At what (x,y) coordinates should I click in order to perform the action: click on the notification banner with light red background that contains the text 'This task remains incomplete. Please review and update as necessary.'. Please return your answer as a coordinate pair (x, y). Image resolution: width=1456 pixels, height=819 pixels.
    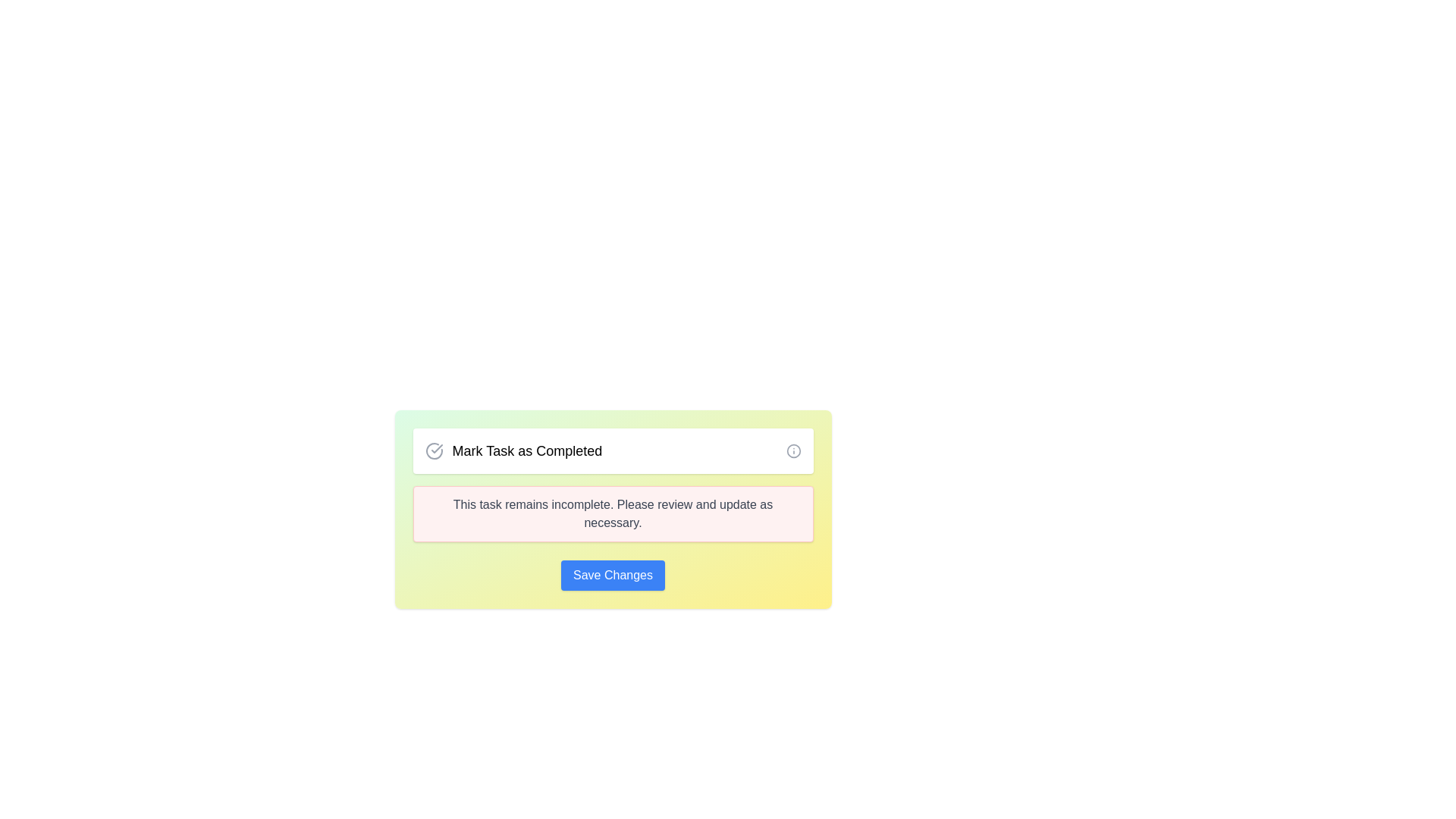
    Looking at the image, I should click on (613, 513).